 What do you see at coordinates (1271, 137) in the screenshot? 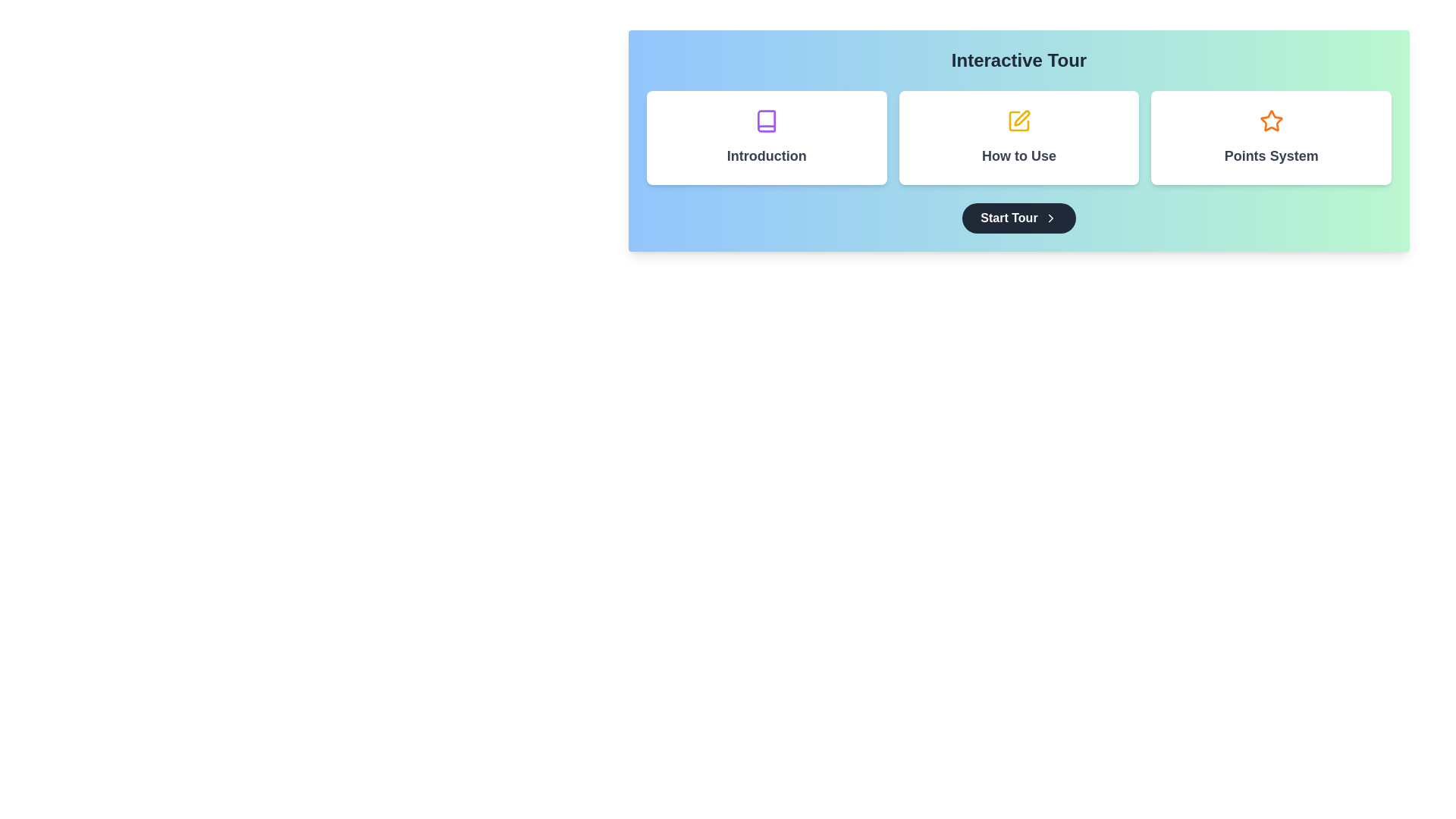
I see `the 'Points System' clickable informational card` at bounding box center [1271, 137].